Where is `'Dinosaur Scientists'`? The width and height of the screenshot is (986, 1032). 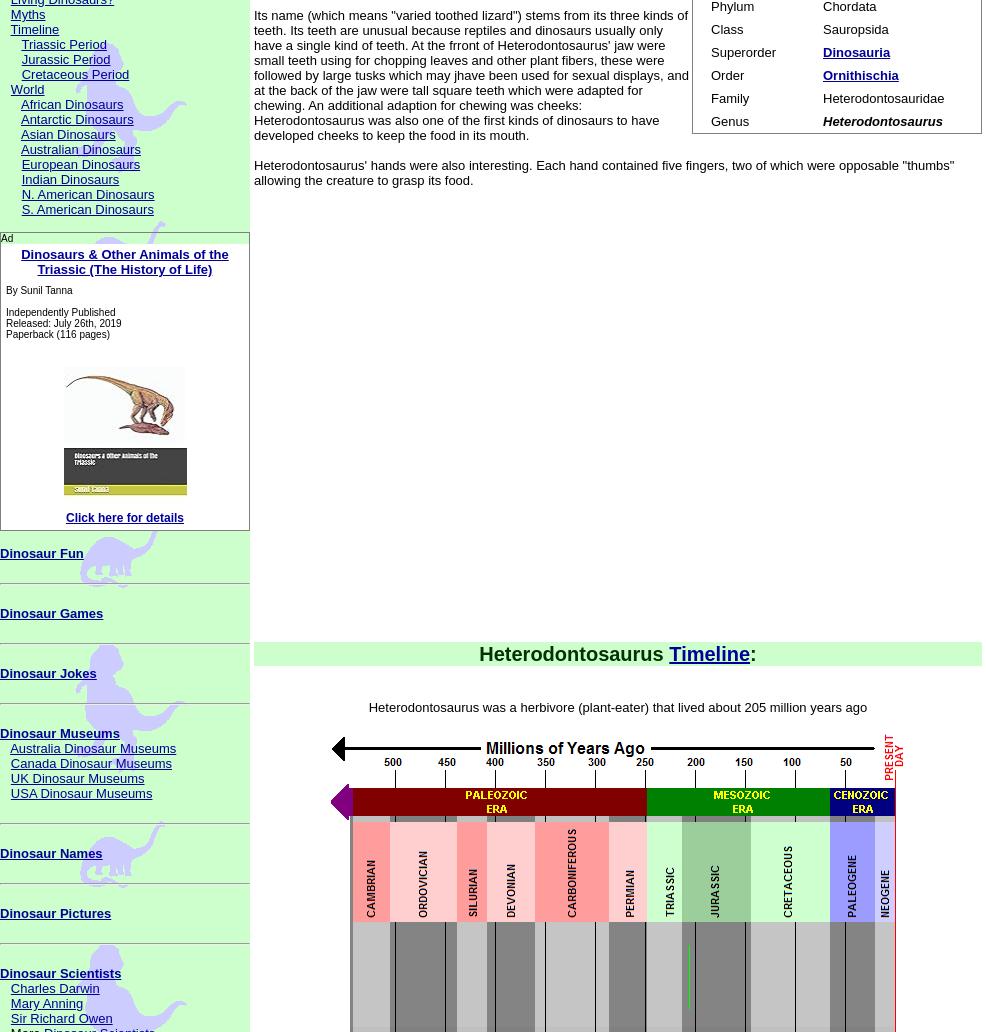 'Dinosaur Scientists' is located at coordinates (59, 972).